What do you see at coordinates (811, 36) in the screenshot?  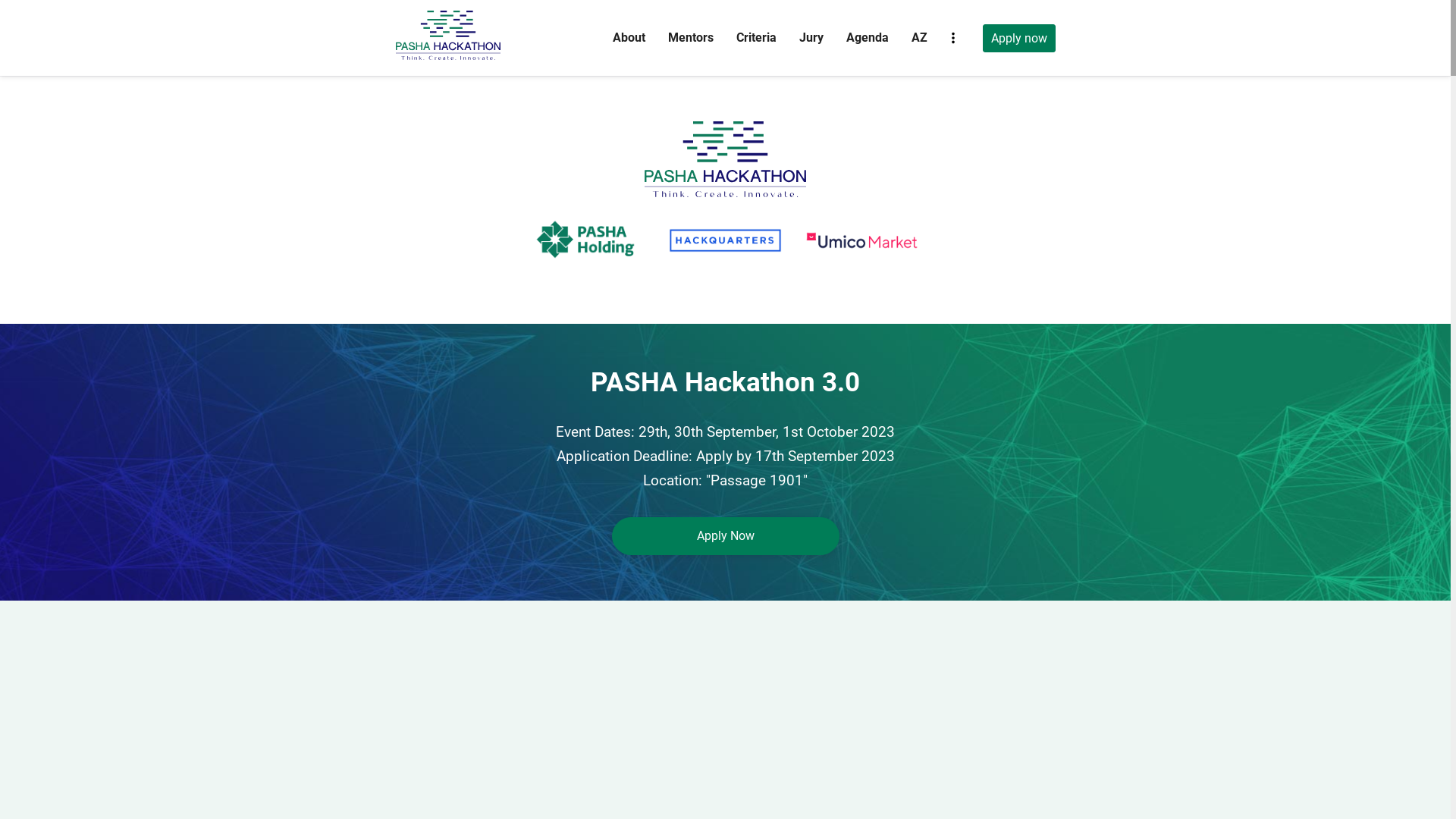 I see `'Jury'` at bounding box center [811, 36].